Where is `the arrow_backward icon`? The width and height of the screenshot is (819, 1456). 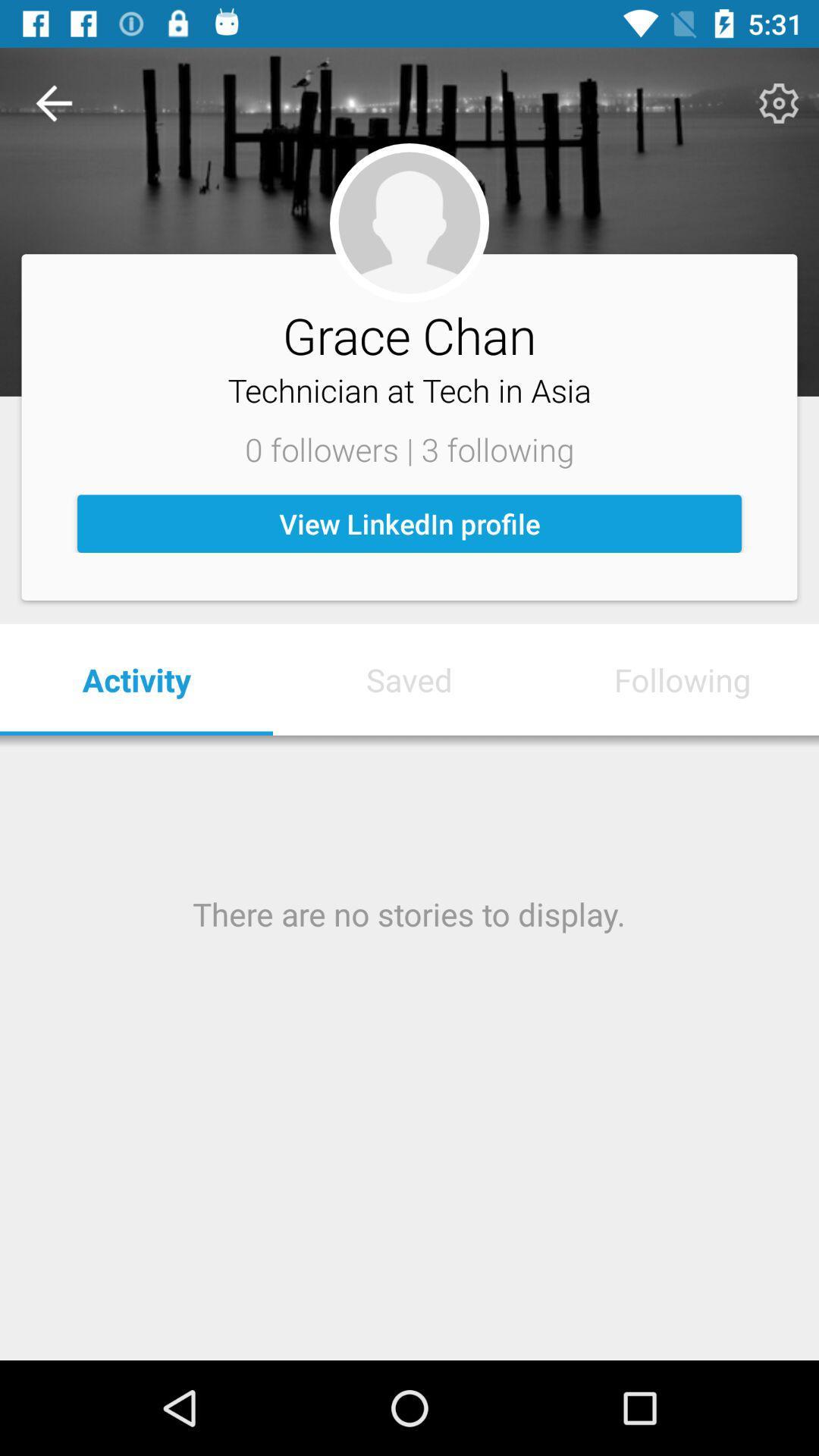
the arrow_backward icon is located at coordinates (53, 102).